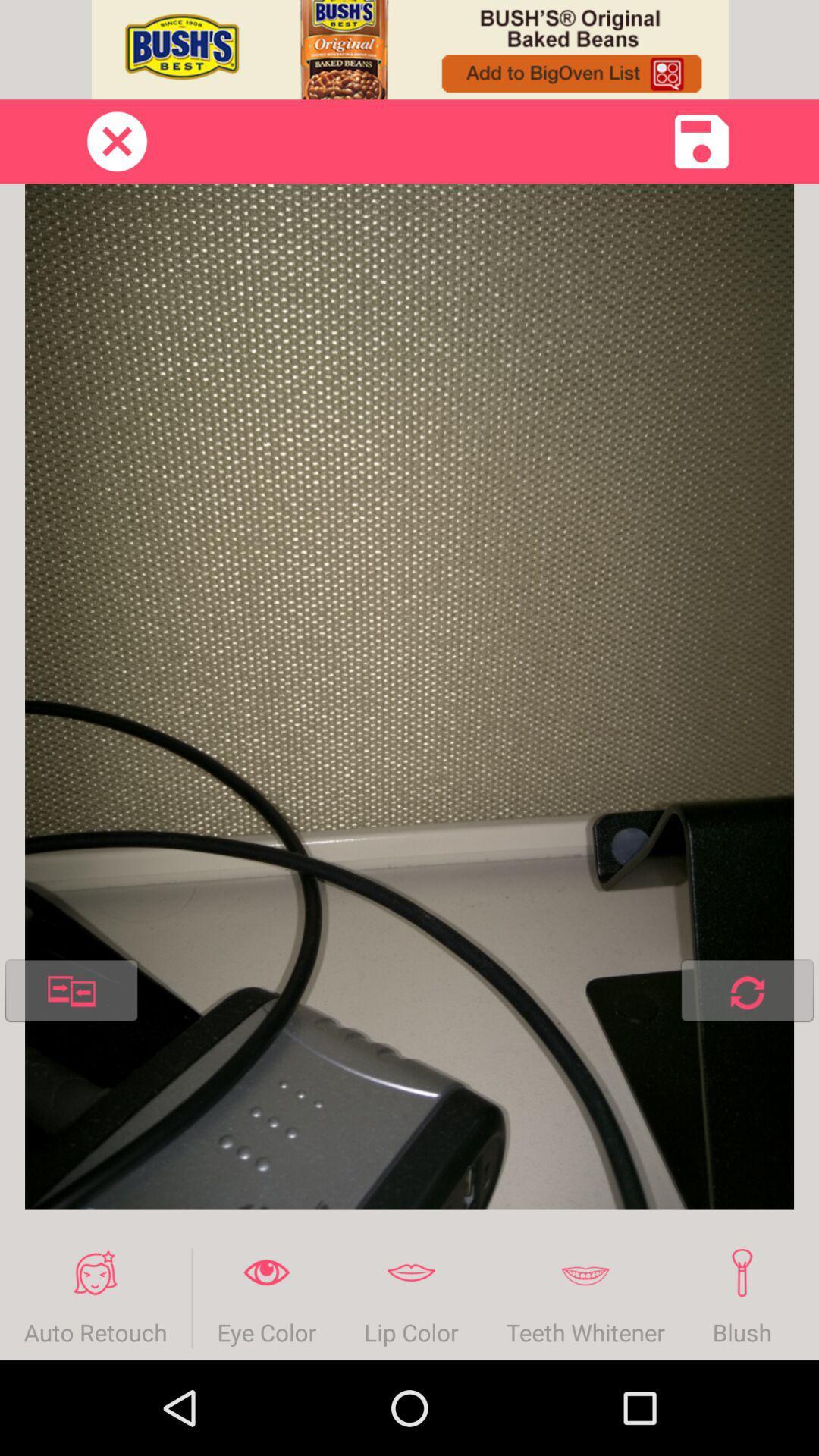  Describe the element at coordinates (806, 1298) in the screenshot. I see `the item next to blush` at that location.